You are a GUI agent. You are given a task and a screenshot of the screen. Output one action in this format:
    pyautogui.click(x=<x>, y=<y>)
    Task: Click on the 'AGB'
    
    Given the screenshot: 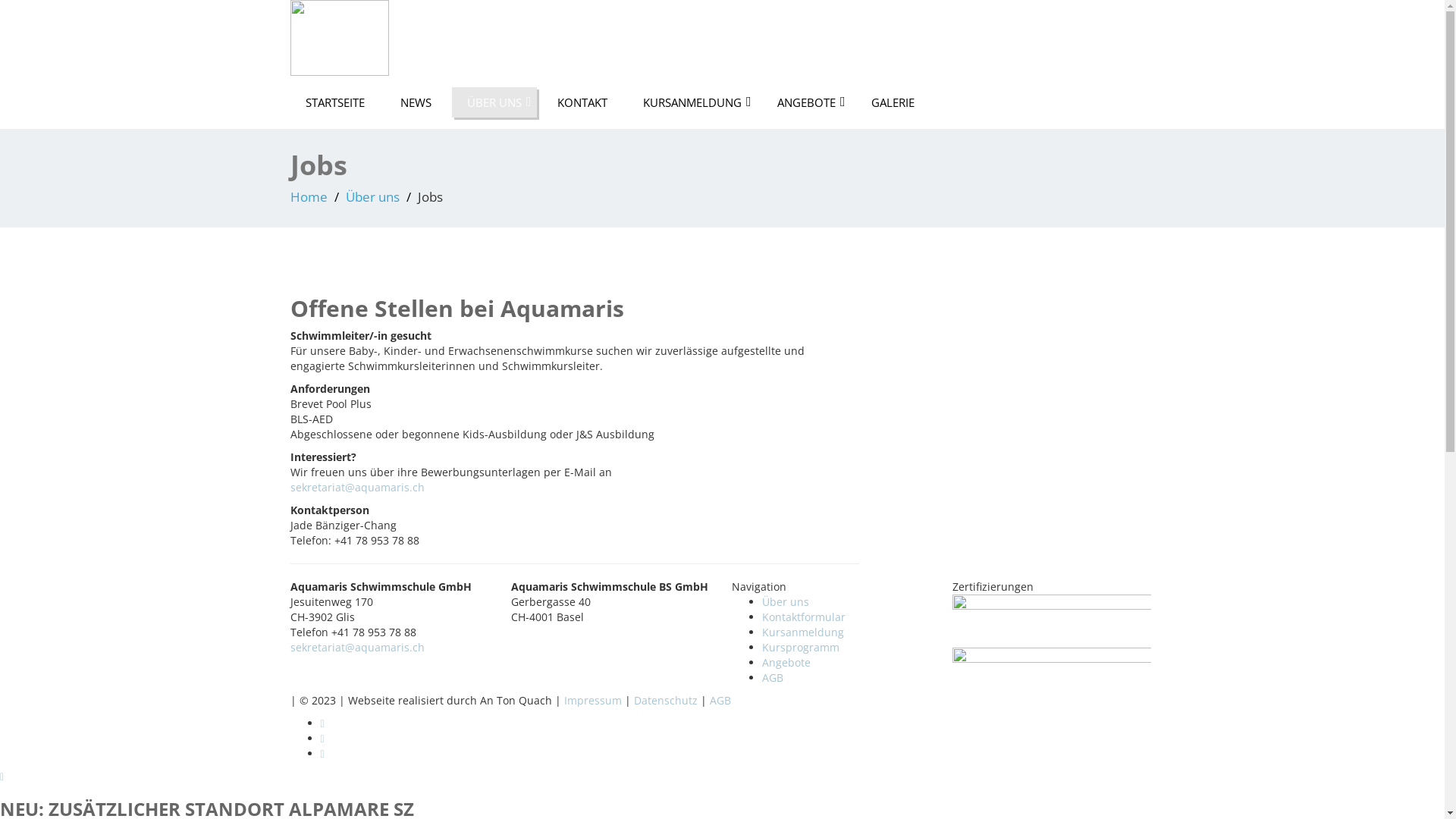 What is the action you would take?
    pyautogui.click(x=772, y=676)
    